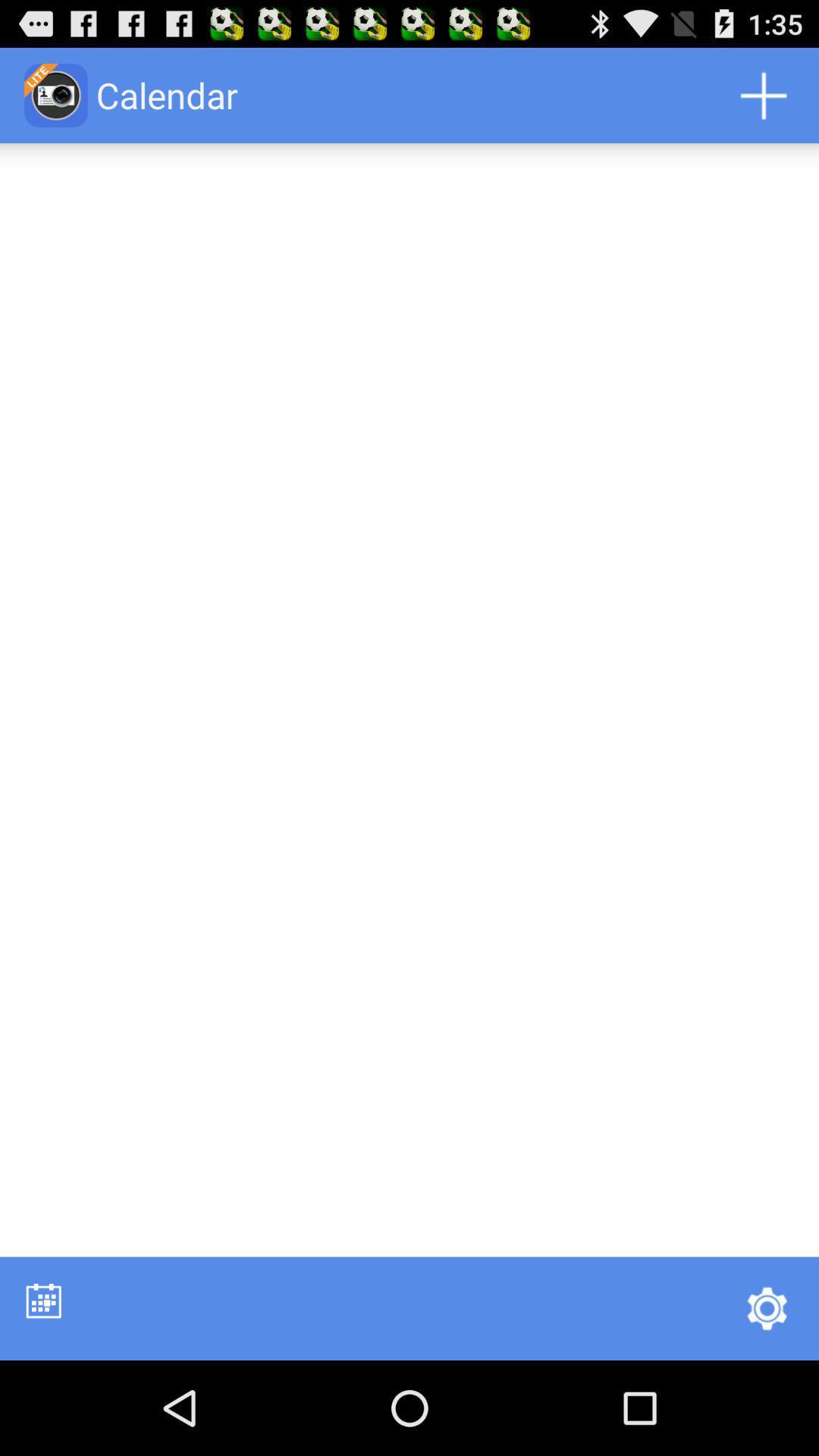 The width and height of the screenshot is (819, 1456). What do you see at coordinates (767, 1307) in the screenshot?
I see `open up settings` at bounding box center [767, 1307].